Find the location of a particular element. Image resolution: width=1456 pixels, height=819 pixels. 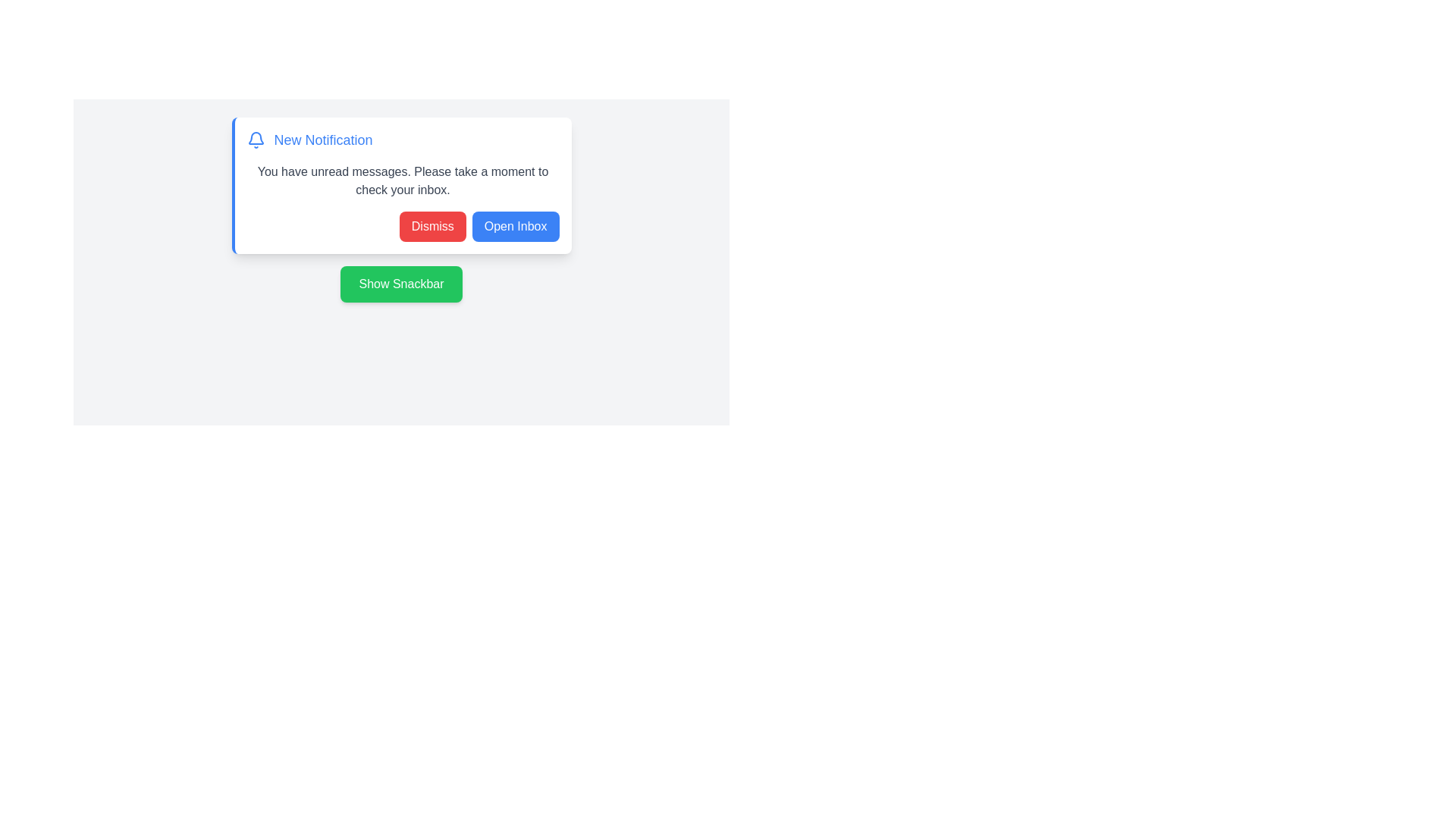

the 'Open Inbox' button to trigger the inbox alert is located at coordinates (516, 227).